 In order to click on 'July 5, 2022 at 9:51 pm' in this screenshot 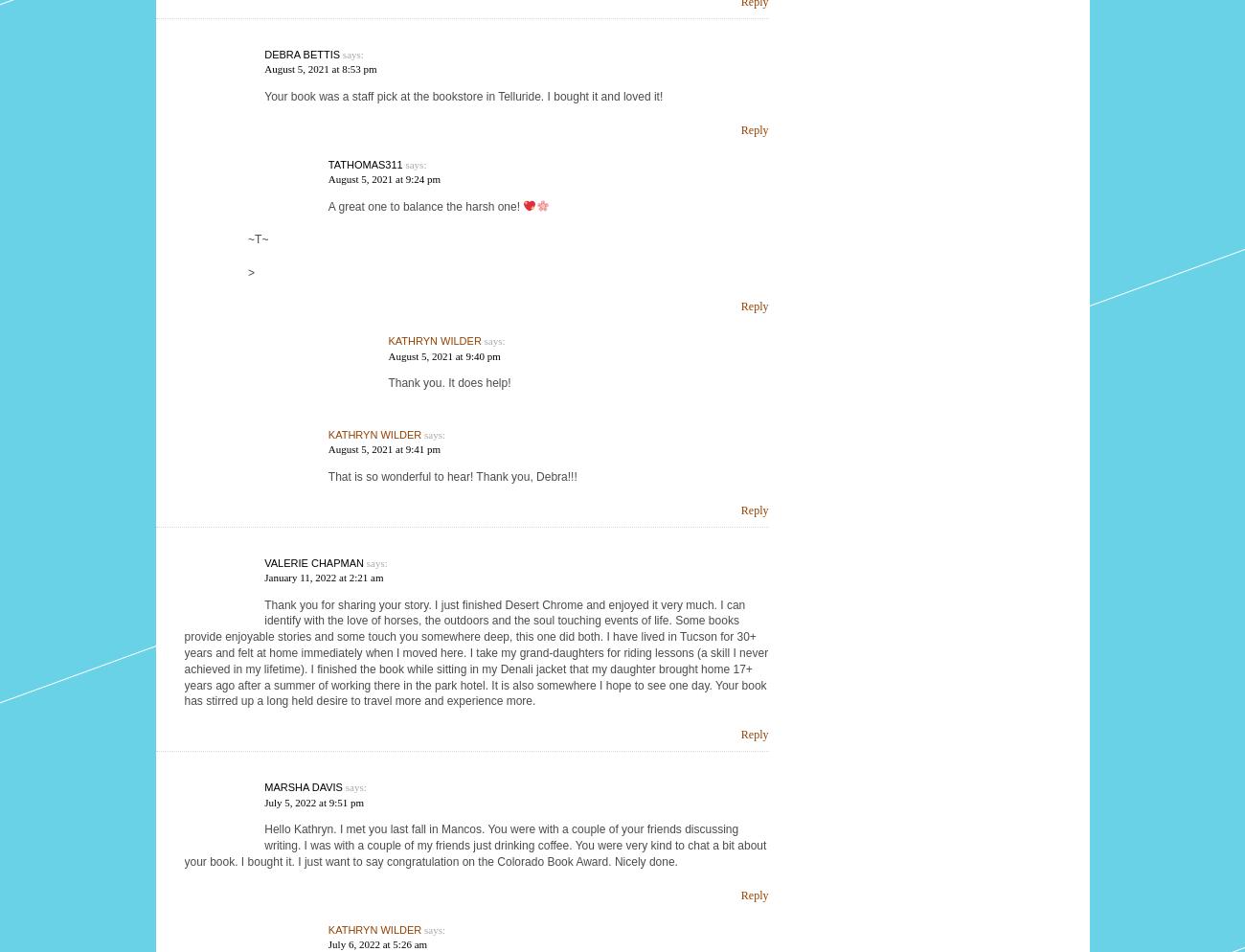, I will do `click(263, 801)`.